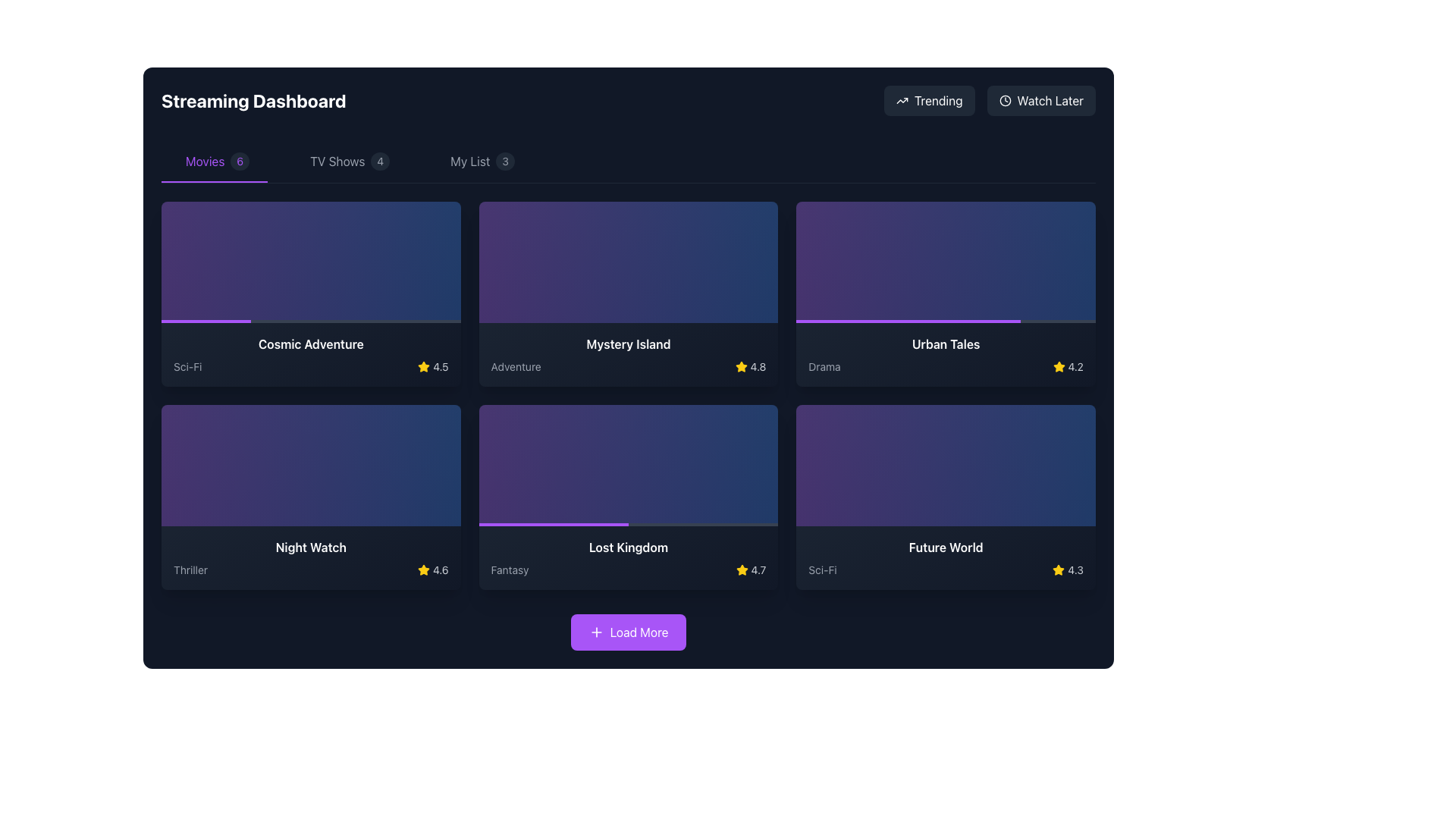 Image resolution: width=1456 pixels, height=819 pixels. I want to click on the decorative banner of the 'Lost Kingdom' card, which is located in the second row and third column of the grid on the Streaming Dashboard, directly above the title 'Lost Kingdom', so click(629, 464).